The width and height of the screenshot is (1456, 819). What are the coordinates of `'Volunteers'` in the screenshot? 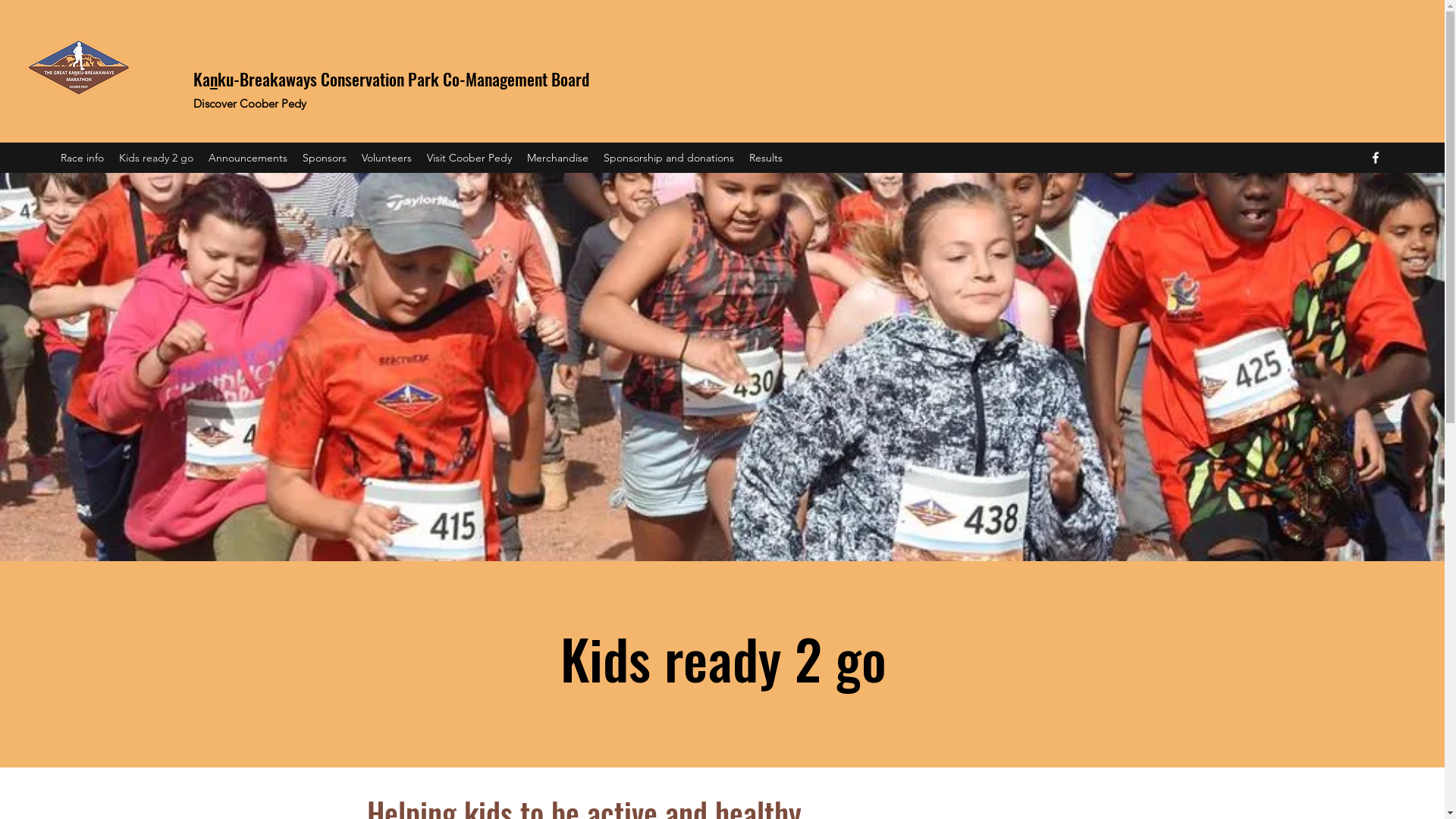 It's located at (353, 158).